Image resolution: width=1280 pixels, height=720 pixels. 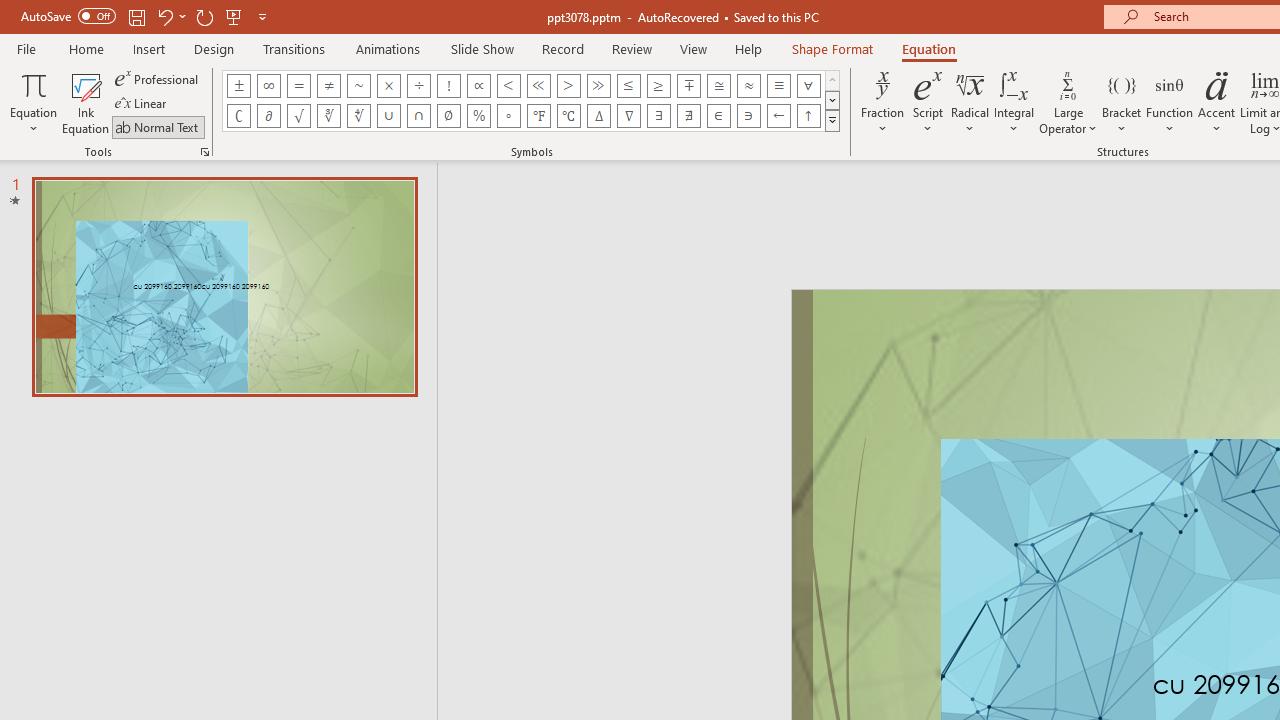 What do you see at coordinates (359, 115) in the screenshot?
I see `'Equation Symbol Fourth Root'` at bounding box center [359, 115].